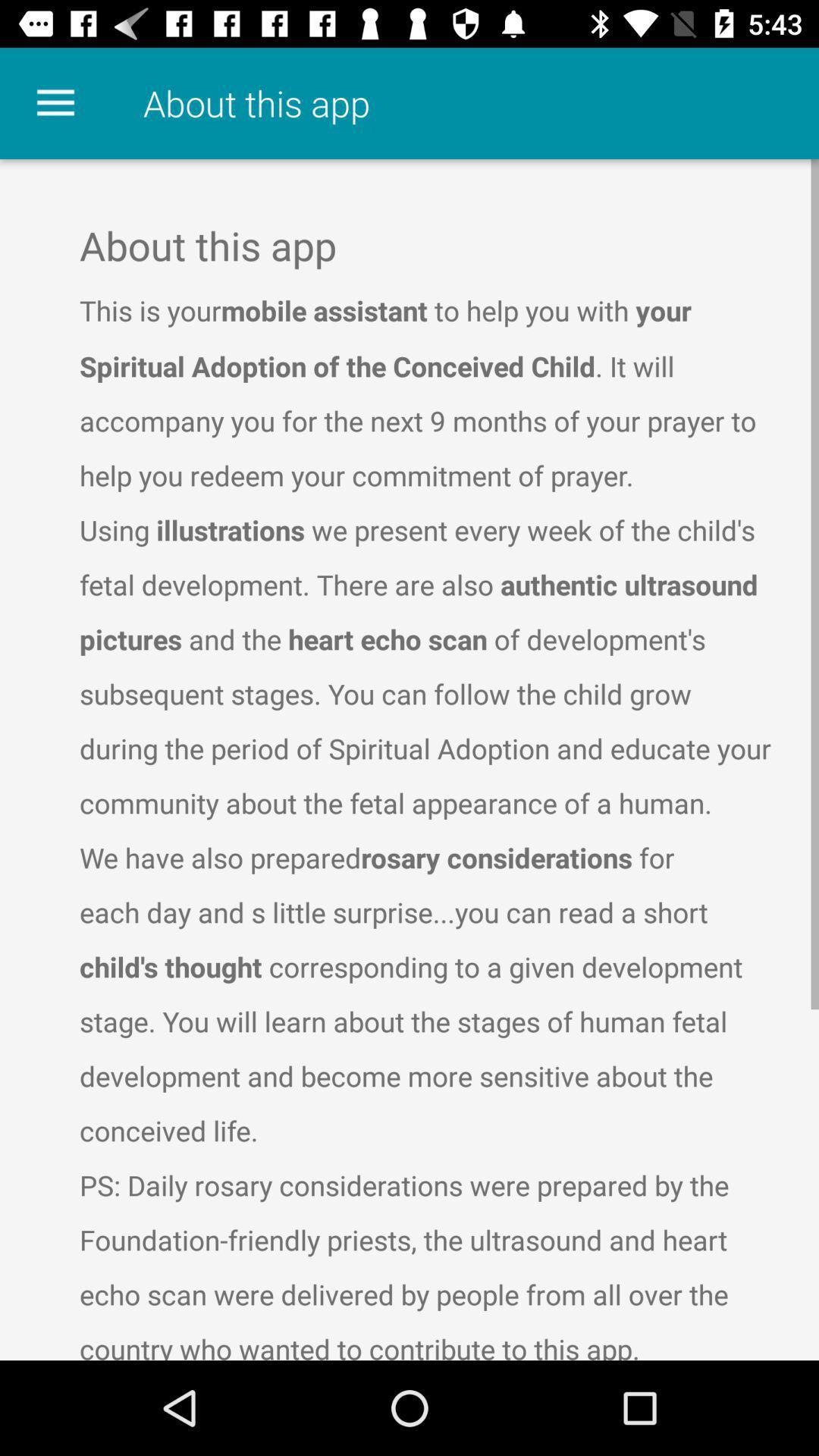  Describe the element at coordinates (55, 102) in the screenshot. I see `the icon to the left of about this app` at that location.